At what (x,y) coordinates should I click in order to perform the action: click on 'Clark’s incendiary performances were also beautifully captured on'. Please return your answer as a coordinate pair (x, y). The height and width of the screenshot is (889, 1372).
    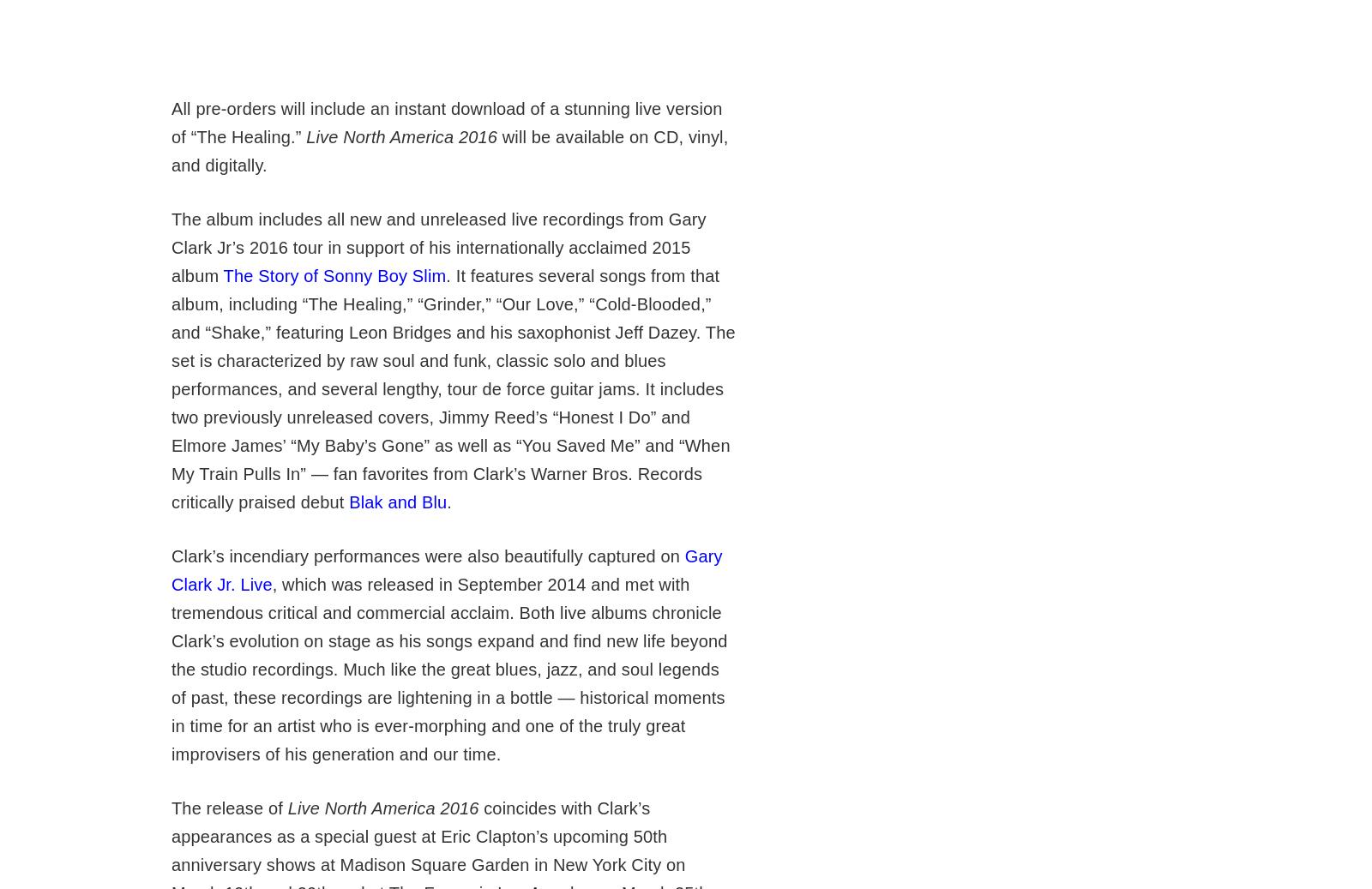
    Looking at the image, I should click on (427, 556).